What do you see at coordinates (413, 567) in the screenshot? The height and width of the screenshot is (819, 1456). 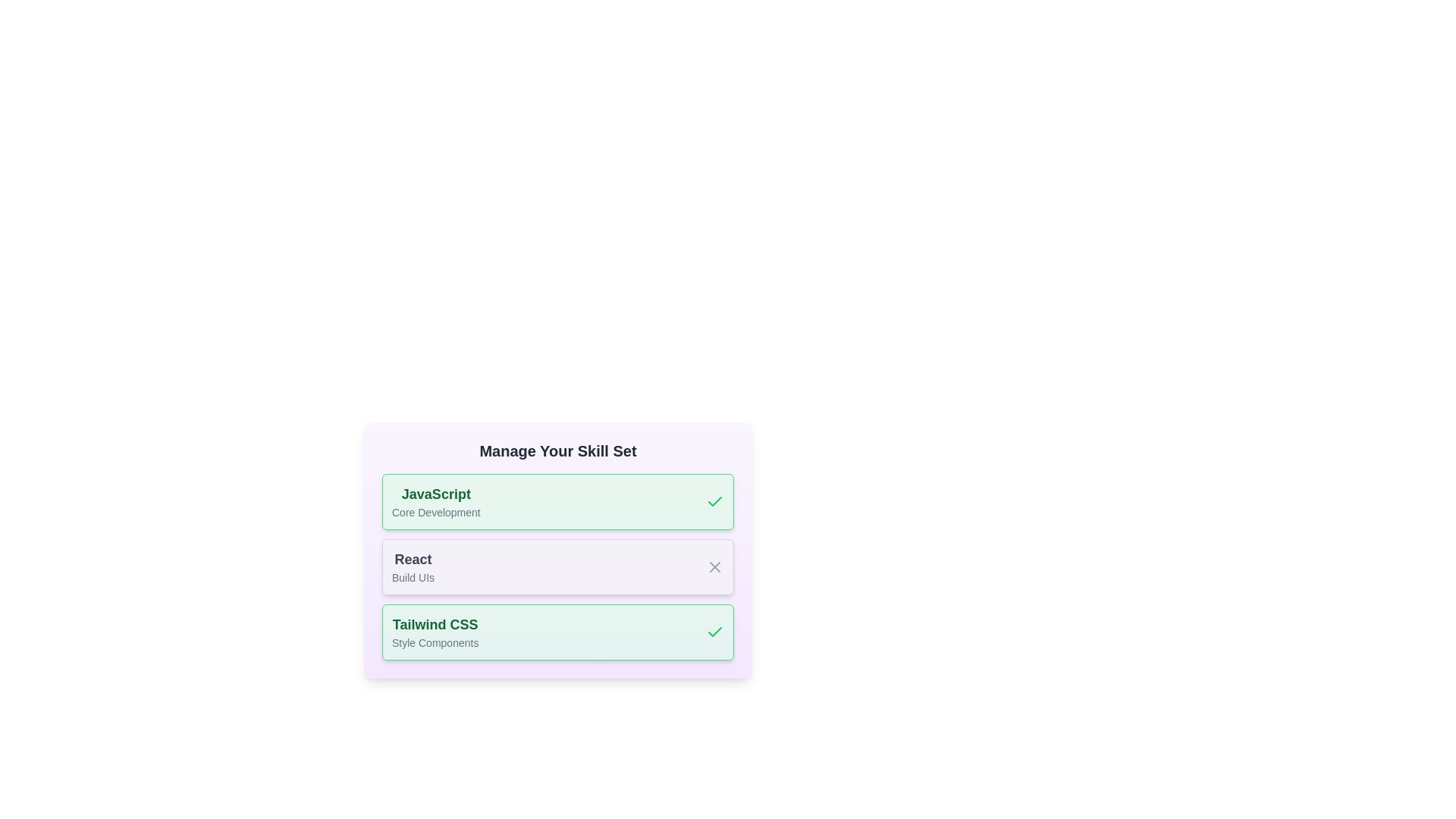 I see `the skill entry corresponding to React to view its details` at bounding box center [413, 567].